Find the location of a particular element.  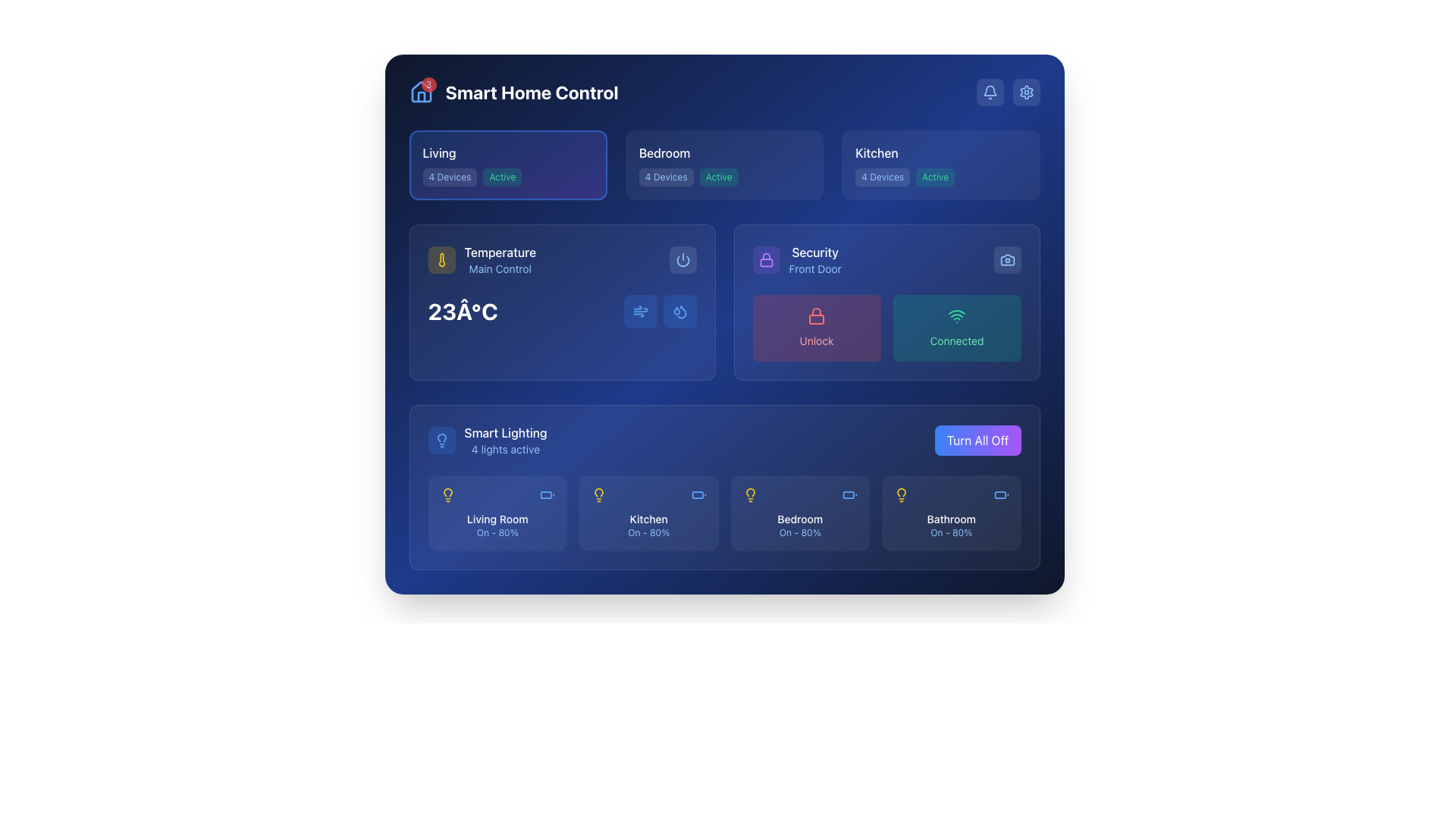

the first text label element related to 'Security' which is located in the central-right area of the layout, above the smaller blue text 'Front Door' is located at coordinates (814, 251).